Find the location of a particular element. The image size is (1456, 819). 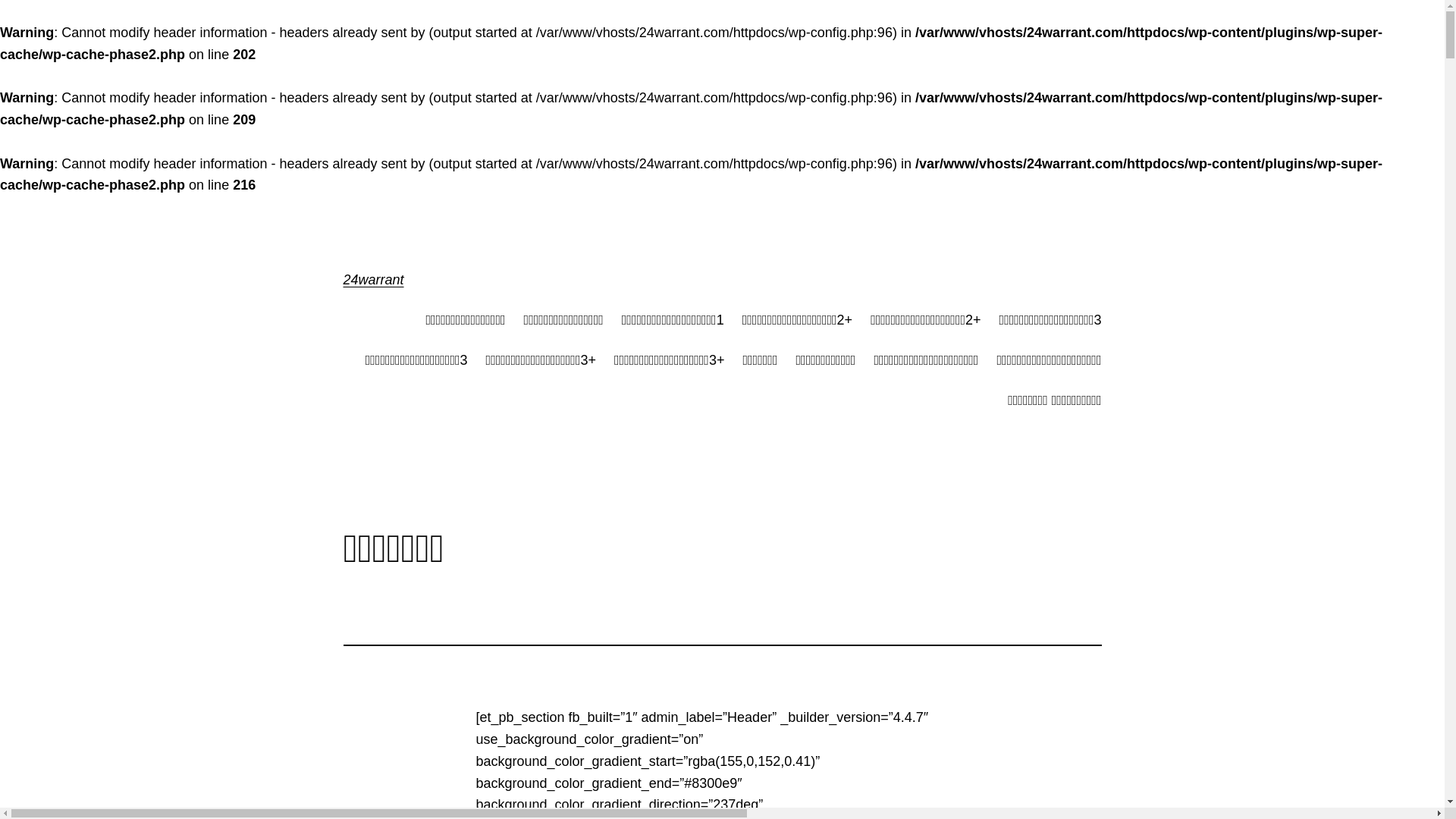

'24warrant' is located at coordinates (341, 280).